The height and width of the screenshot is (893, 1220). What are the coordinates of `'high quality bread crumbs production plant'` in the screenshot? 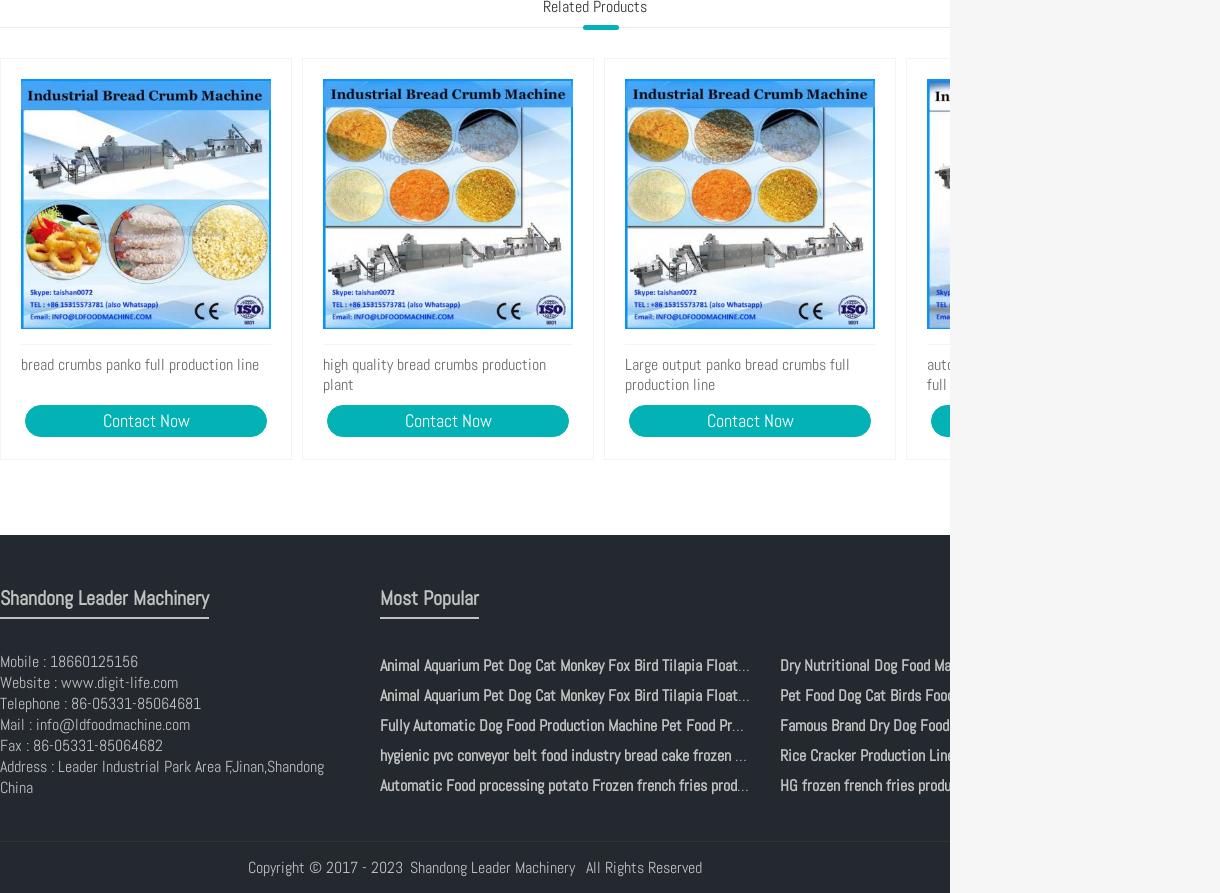 It's located at (434, 374).